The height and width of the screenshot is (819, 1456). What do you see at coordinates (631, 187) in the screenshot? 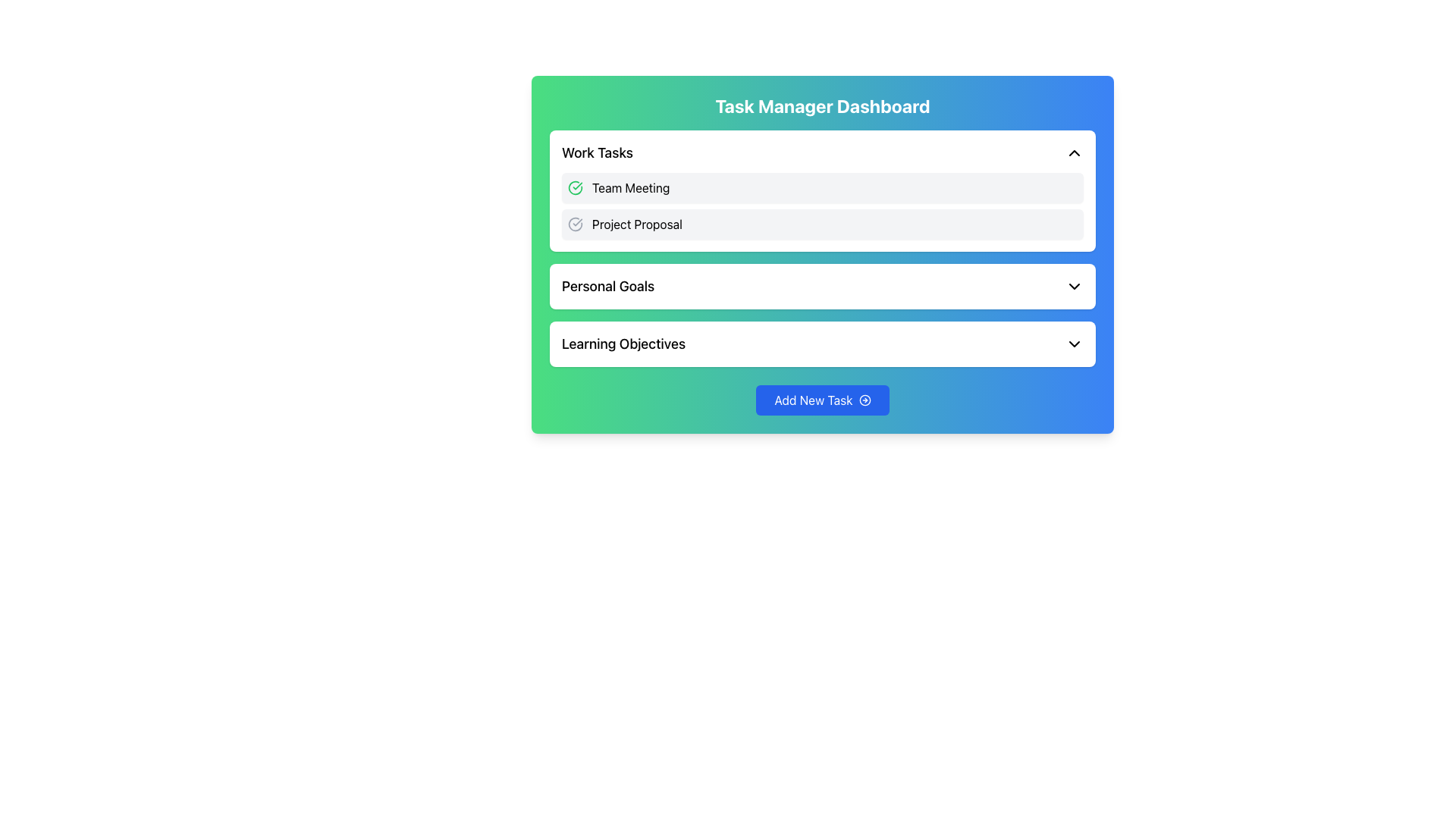
I see `the text label that identifies the task 'Team Meeting' in the 'Work Tasks' category of the 'Task Manager Dashboard', which is positioned to the right of a green checkmark icon` at bounding box center [631, 187].